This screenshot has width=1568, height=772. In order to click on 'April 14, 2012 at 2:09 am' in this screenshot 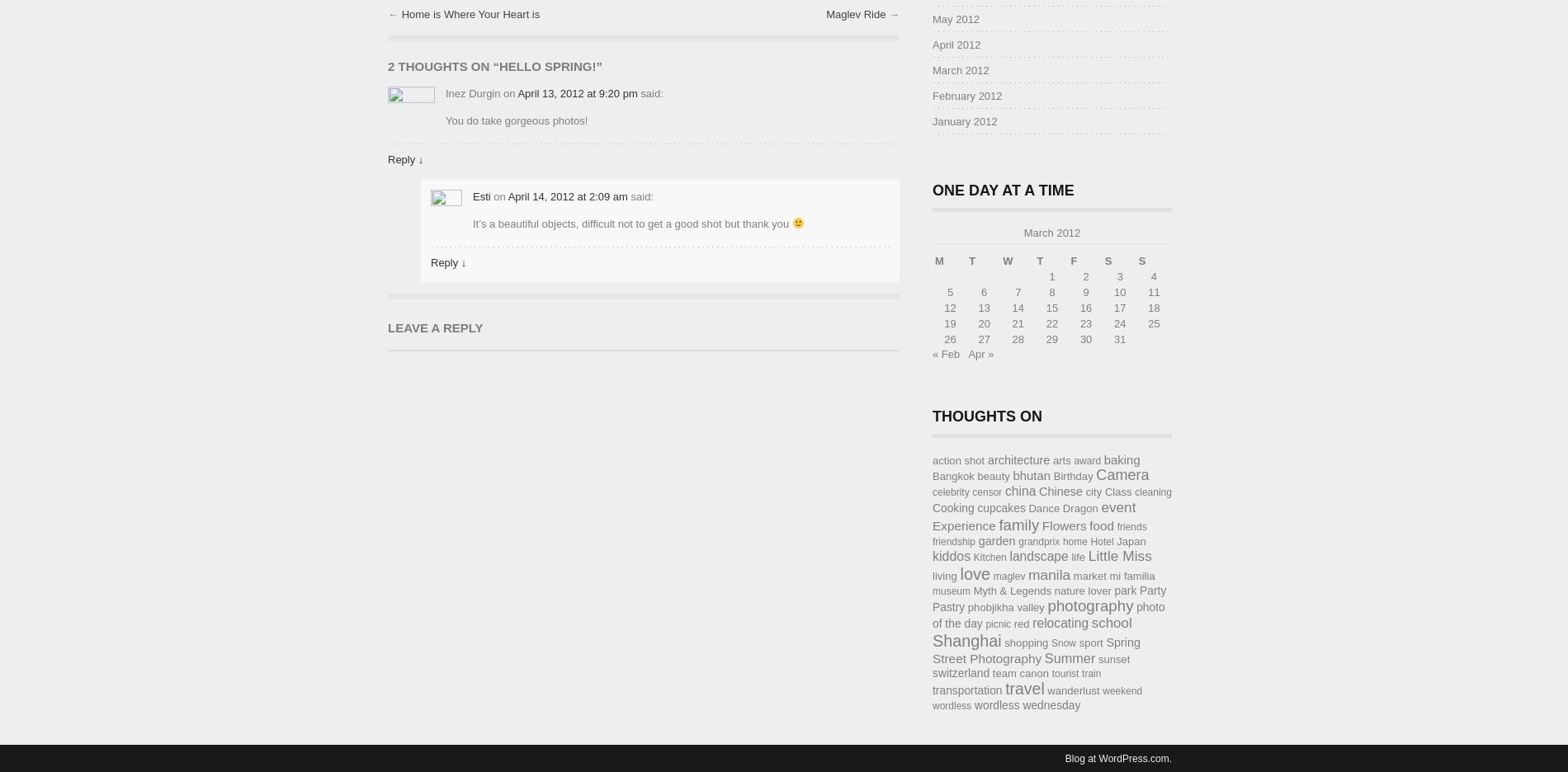, I will do `click(567, 195)`.